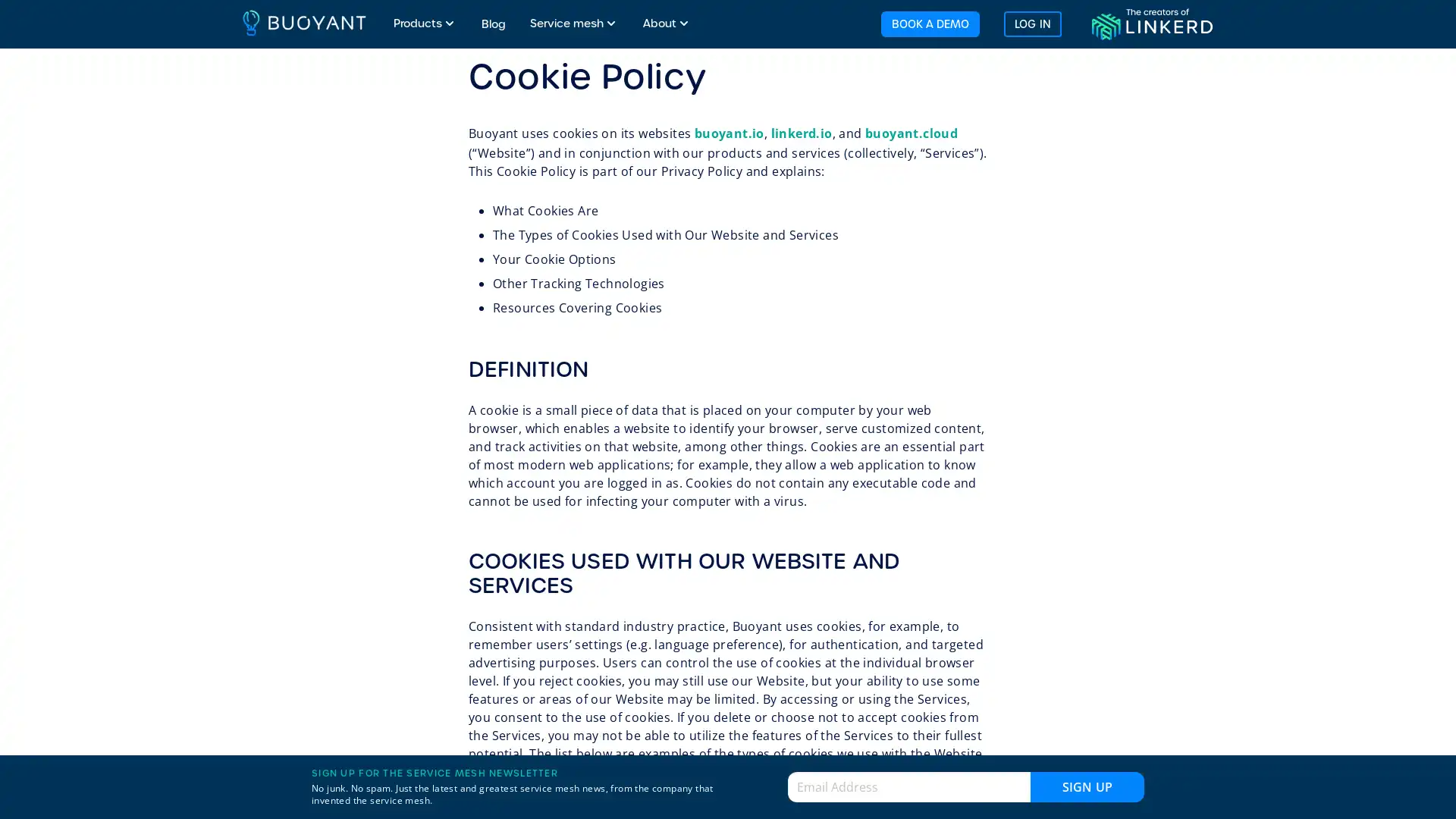 This screenshot has height=819, width=1456. I want to click on Sign up, so click(1087, 786).